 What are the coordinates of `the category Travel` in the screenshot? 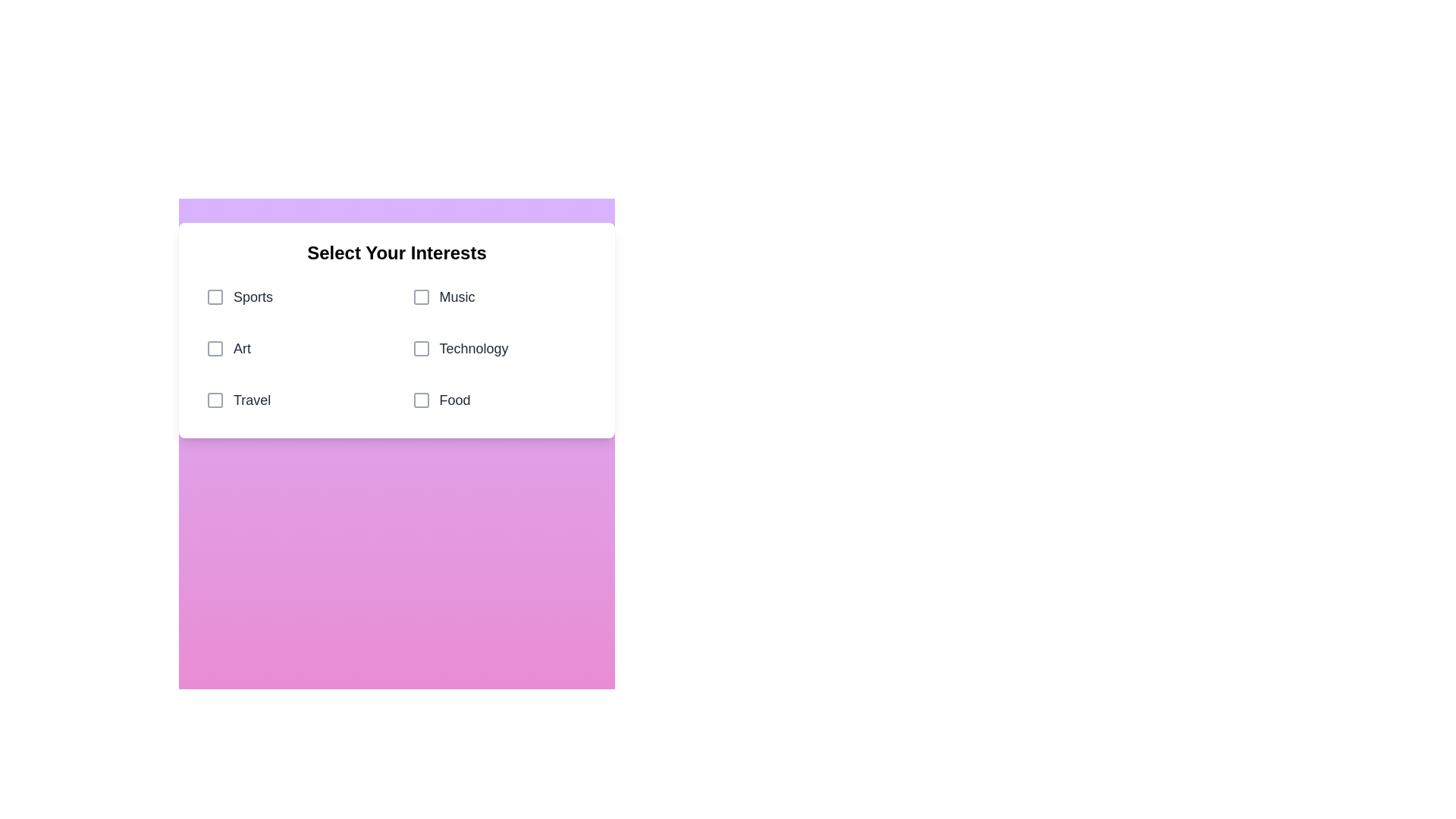 It's located at (293, 400).